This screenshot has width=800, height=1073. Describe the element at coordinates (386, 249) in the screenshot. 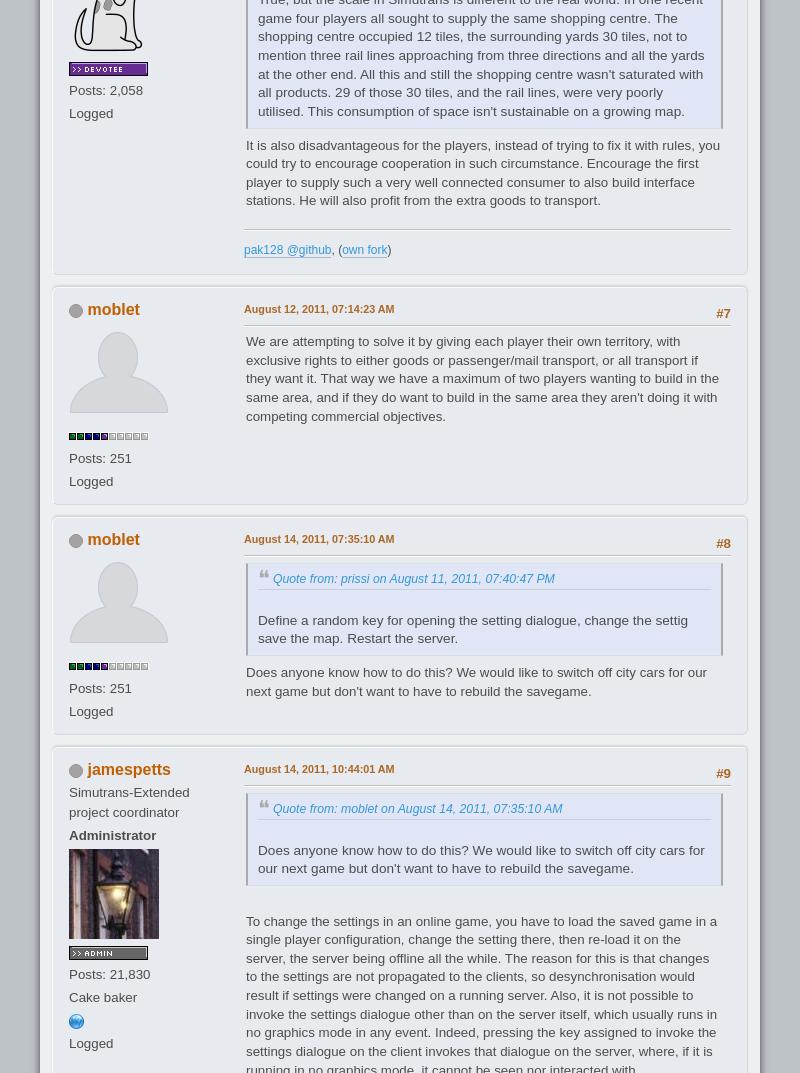

I see `')'` at that location.